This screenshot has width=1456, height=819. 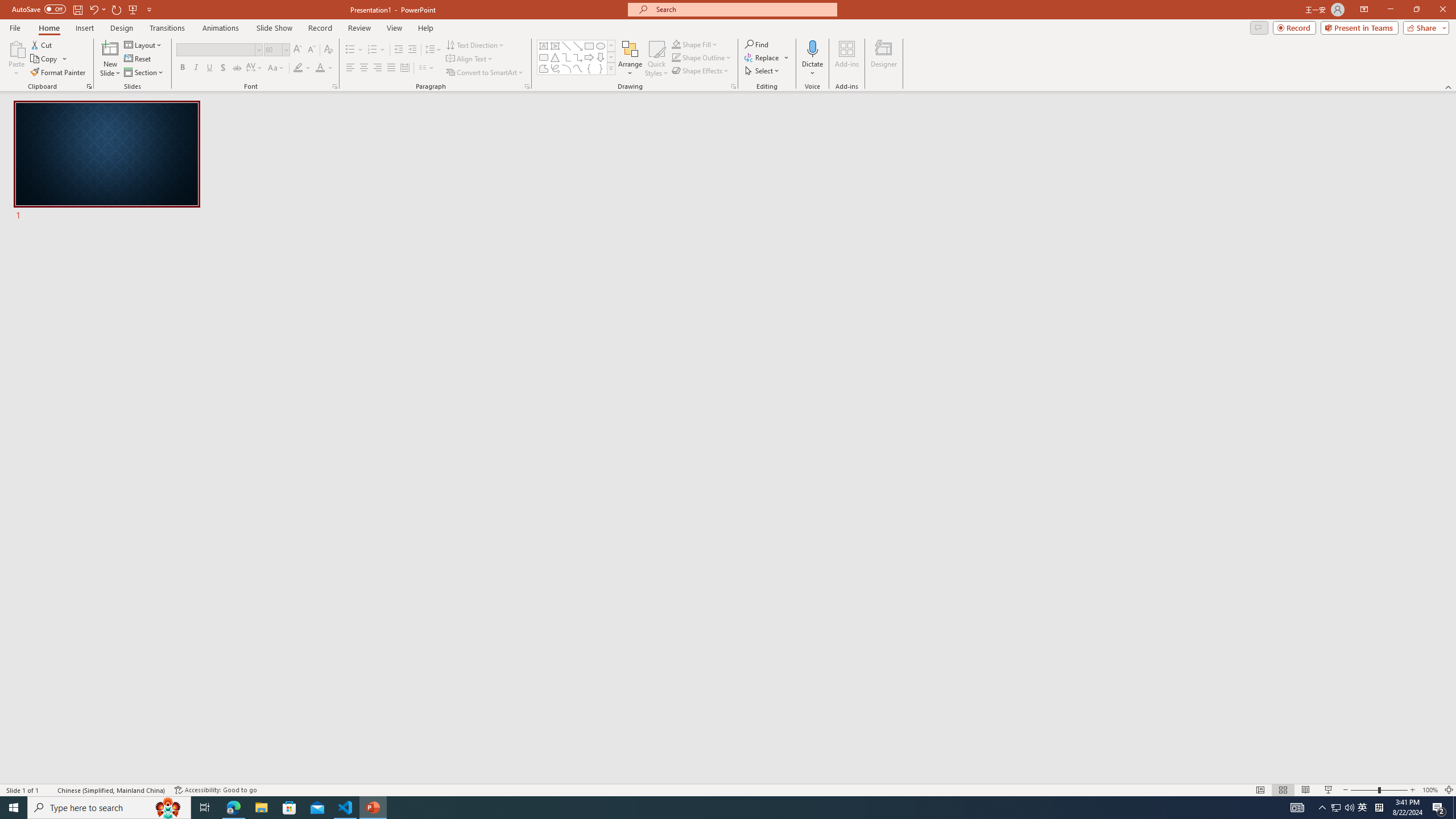 I want to click on 'Connector: Elbow', so click(x=565, y=56).